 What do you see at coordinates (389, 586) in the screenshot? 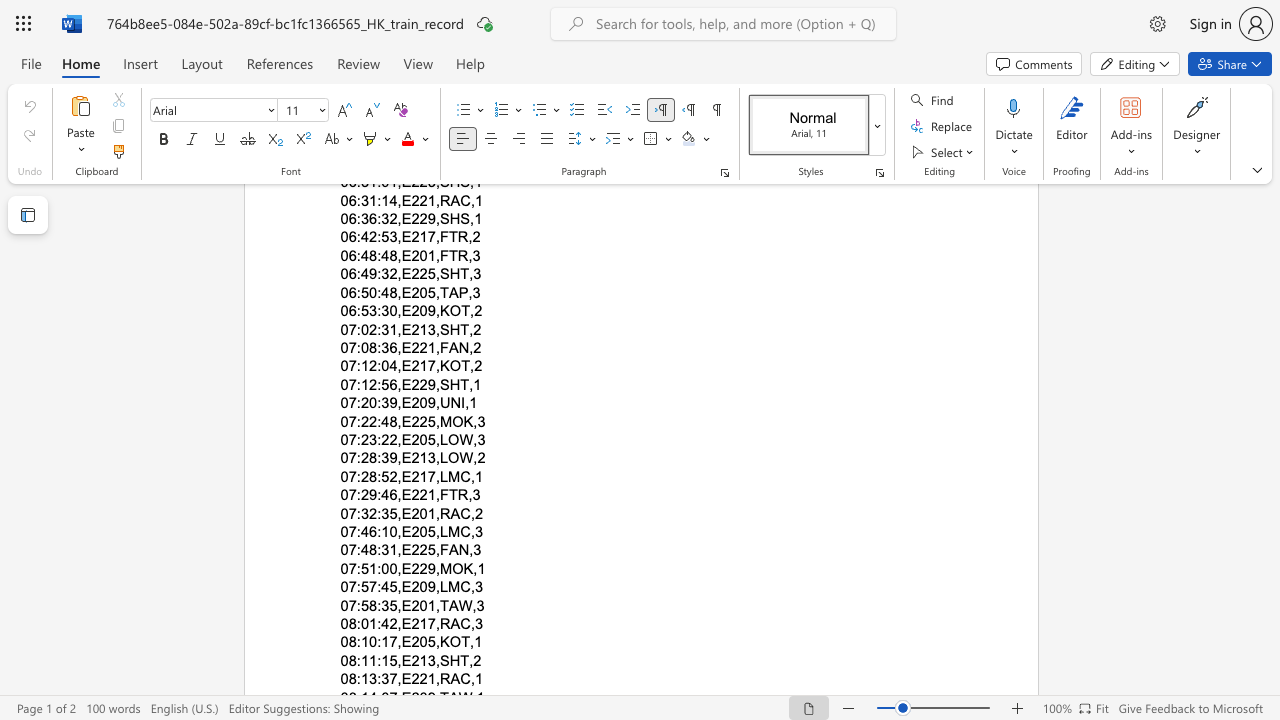
I see `the space between the continuous character "4" and "5" in the text` at bounding box center [389, 586].